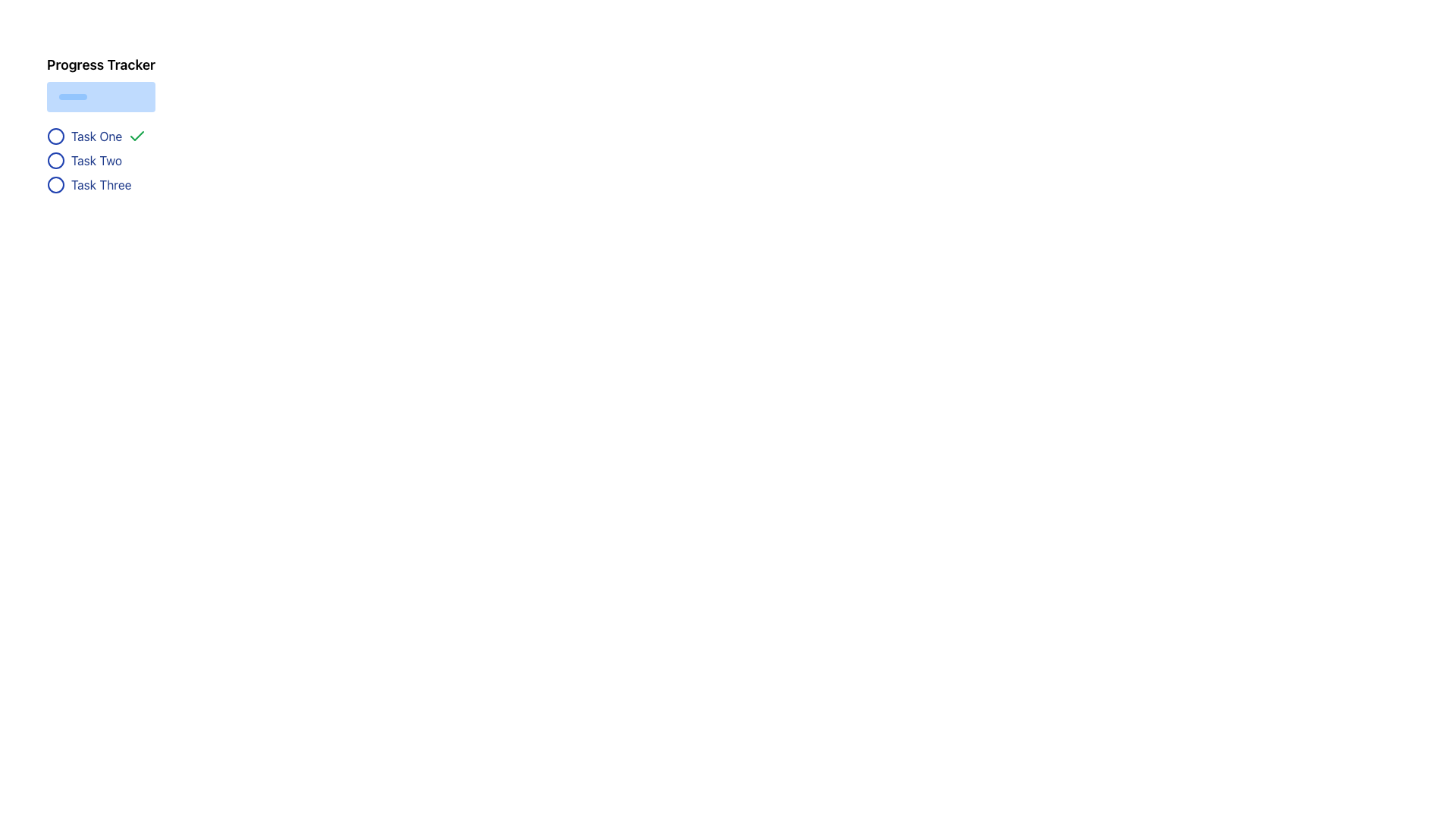 The height and width of the screenshot is (819, 1456). I want to click on the non-interactive text label representing the third task in the 'Progress Tracker' task list, so click(100, 184).